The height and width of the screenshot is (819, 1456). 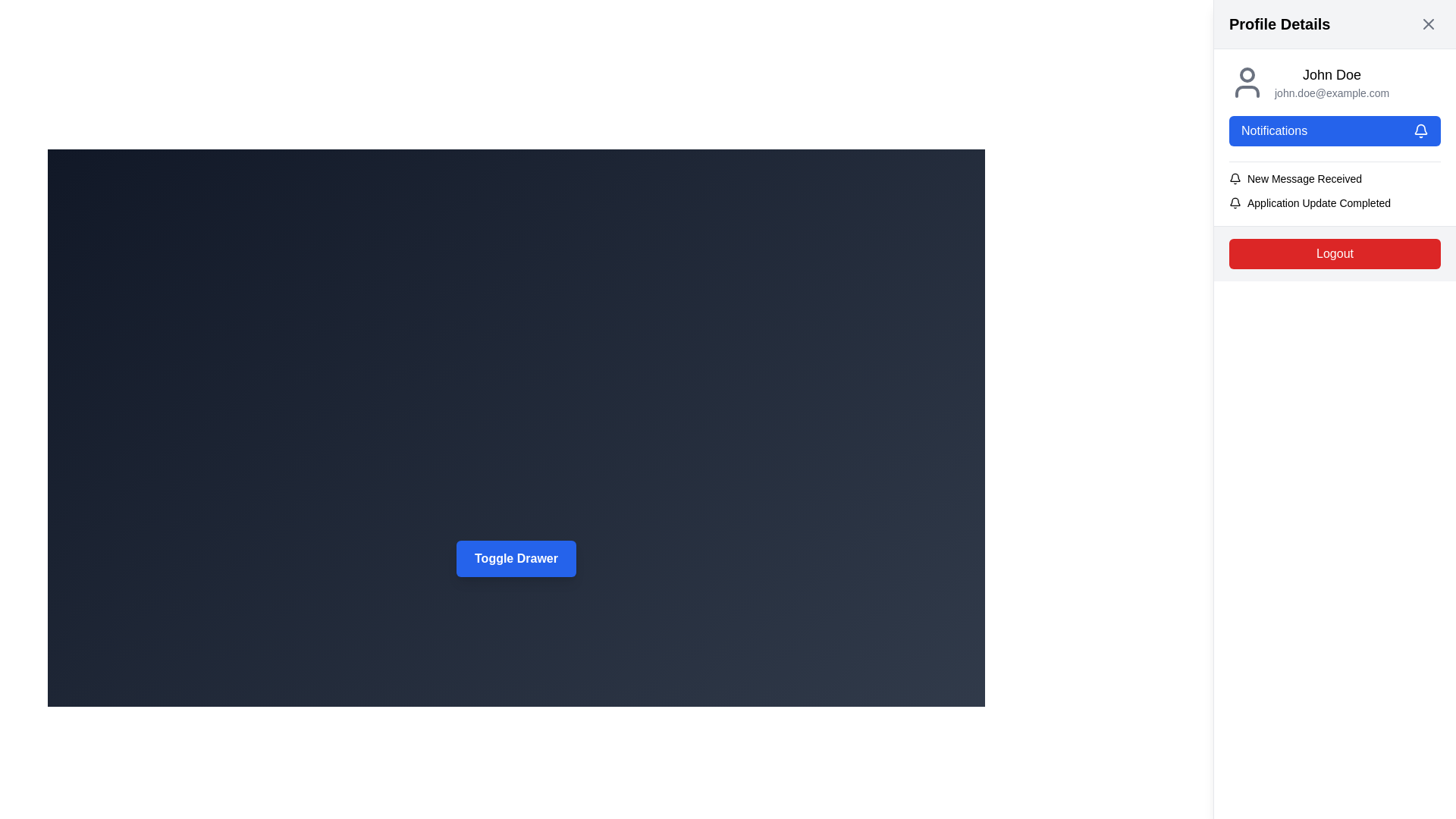 I want to click on the 'Profile Details' section at the top of the side panel, which contains the user icon and the name 'John Doe', so click(x=1335, y=82).